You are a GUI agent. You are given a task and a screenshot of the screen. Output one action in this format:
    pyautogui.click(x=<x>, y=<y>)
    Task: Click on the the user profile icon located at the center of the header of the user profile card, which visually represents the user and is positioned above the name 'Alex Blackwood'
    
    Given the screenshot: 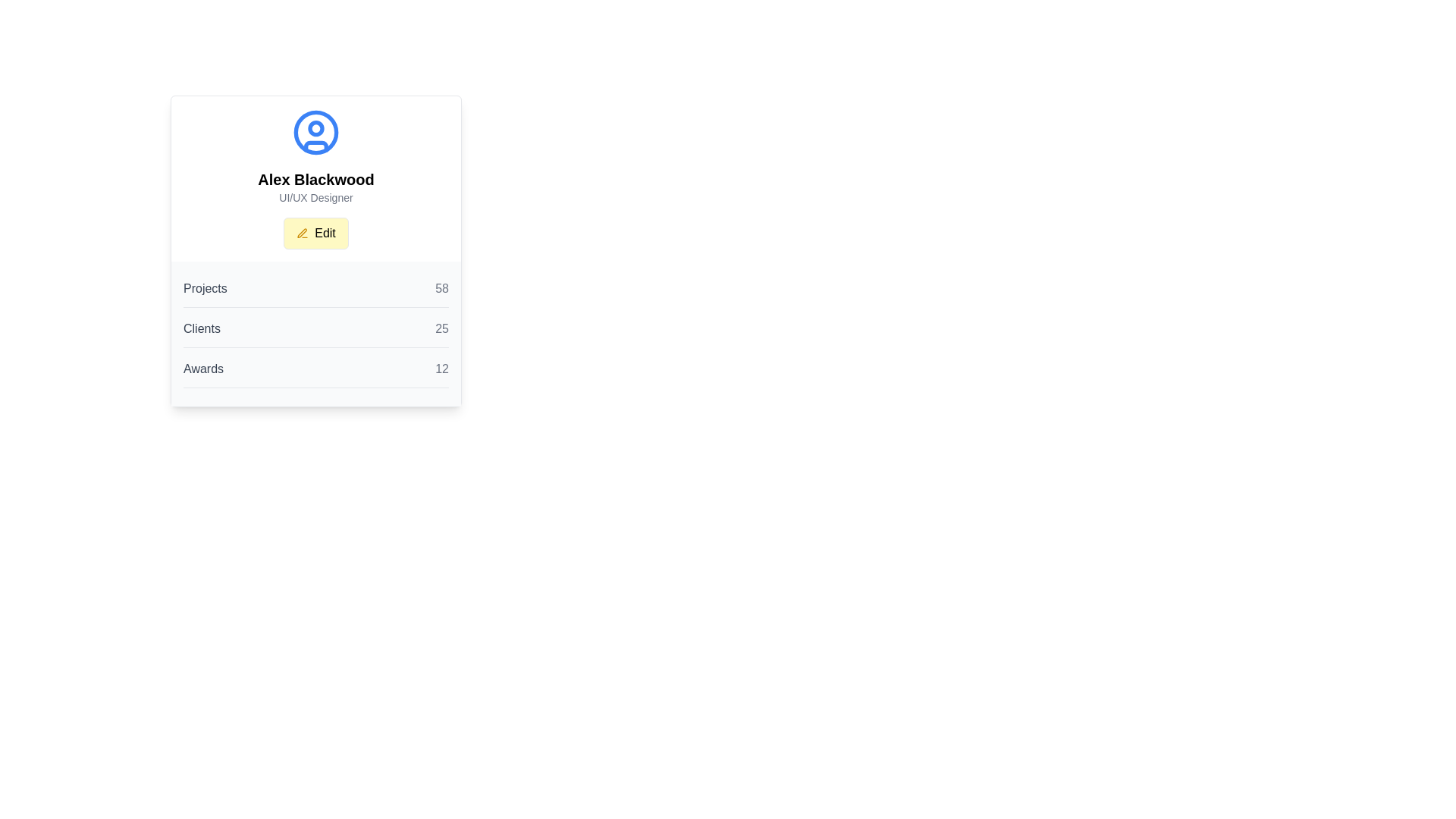 What is the action you would take?
    pyautogui.click(x=315, y=131)
    